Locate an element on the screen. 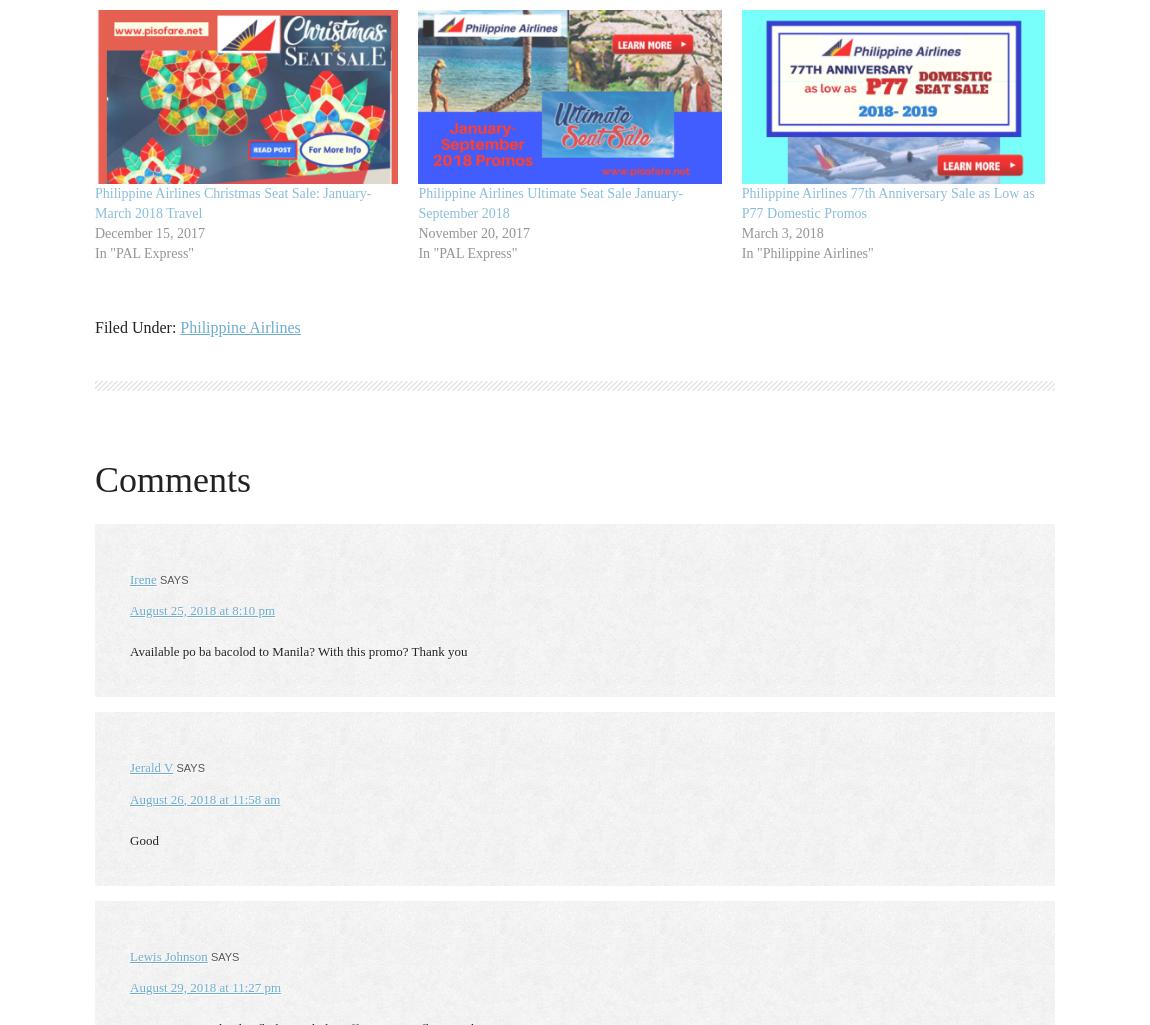  'August 26, 2018 at 11:58 am' is located at coordinates (204, 797).